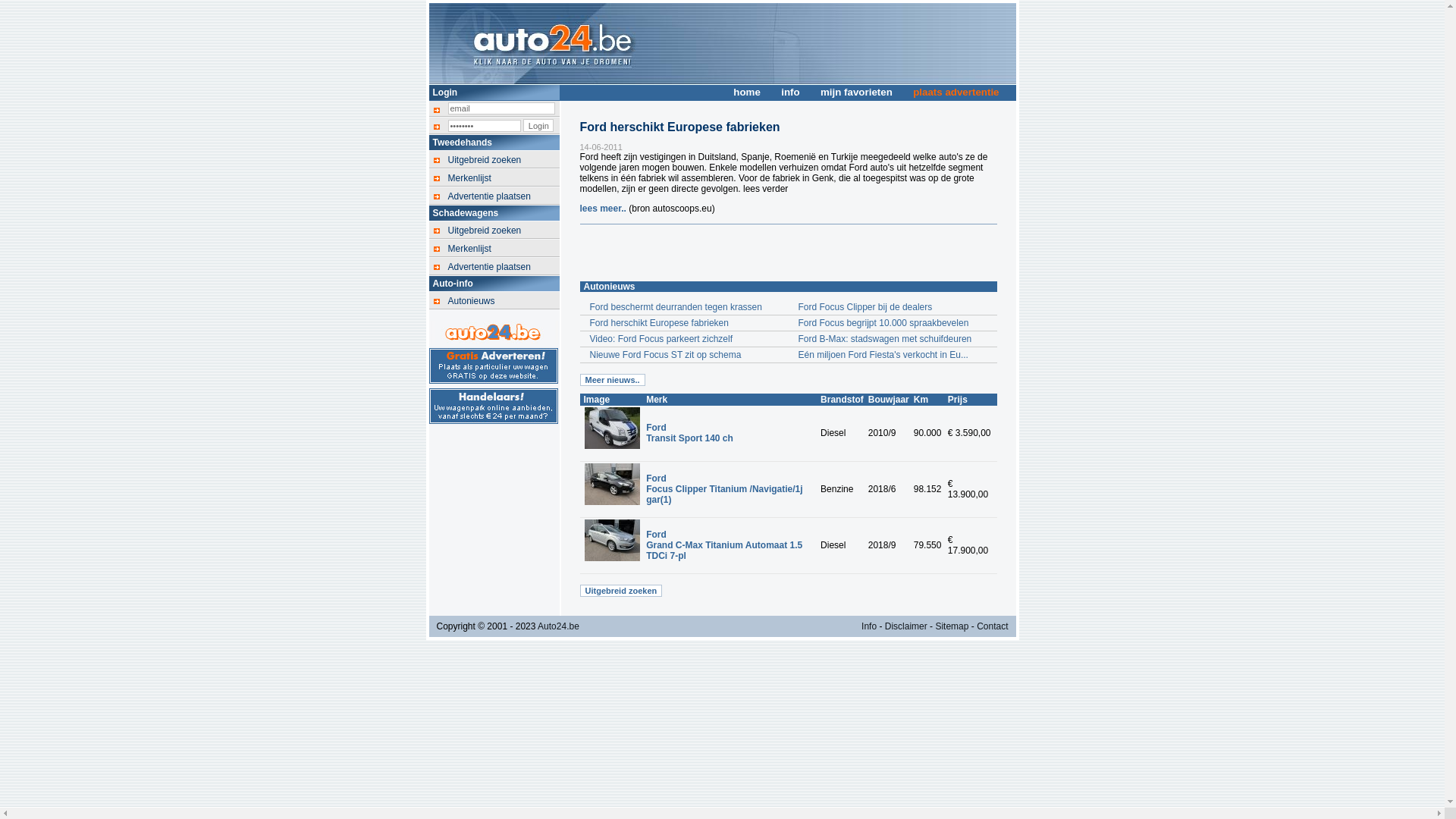 This screenshot has width=1456, height=819. What do you see at coordinates (538, 124) in the screenshot?
I see `'Login'` at bounding box center [538, 124].